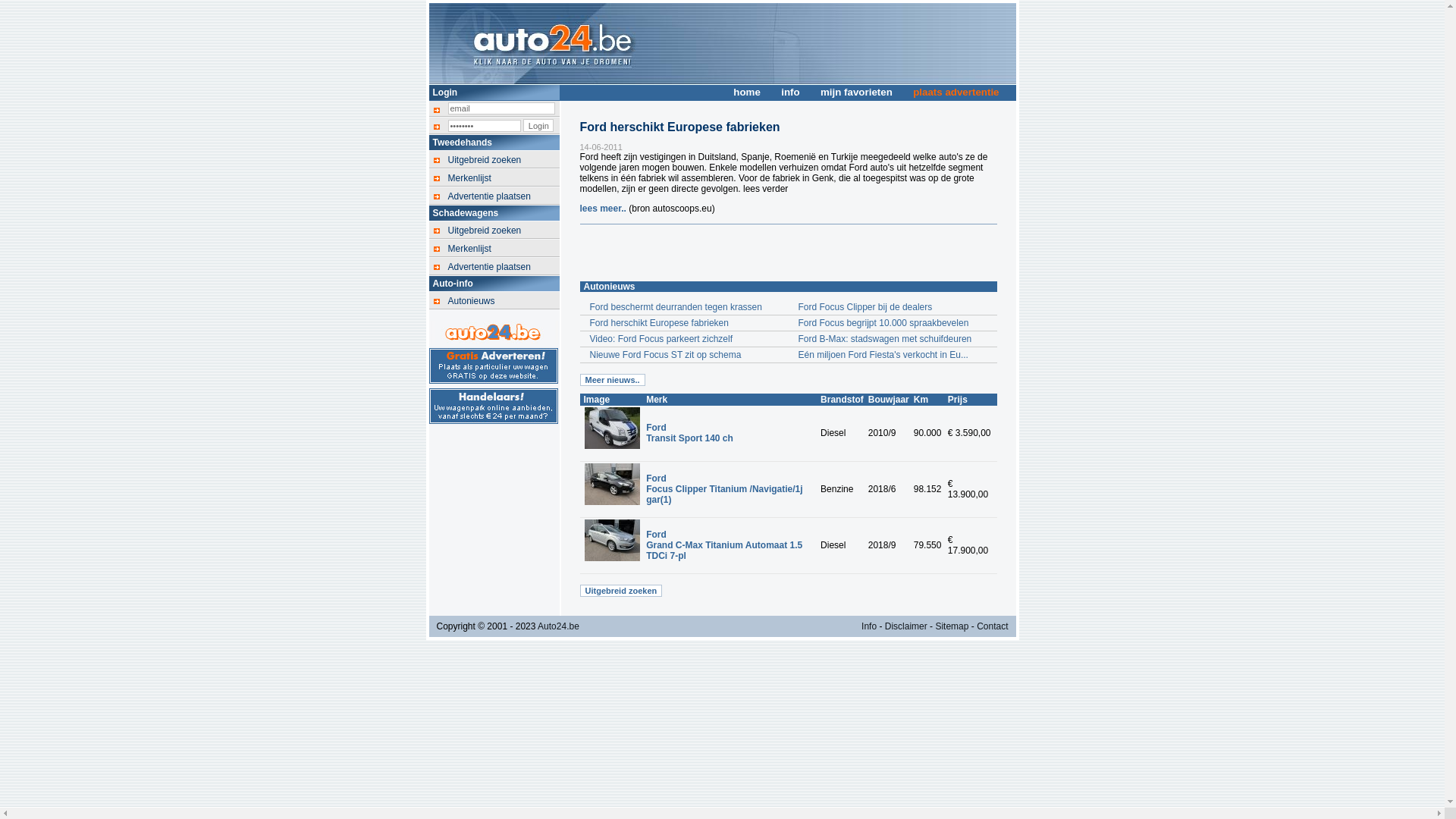 This screenshot has width=1456, height=819. What do you see at coordinates (538, 124) in the screenshot?
I see `'Login'` at bounding box center [538, 124].